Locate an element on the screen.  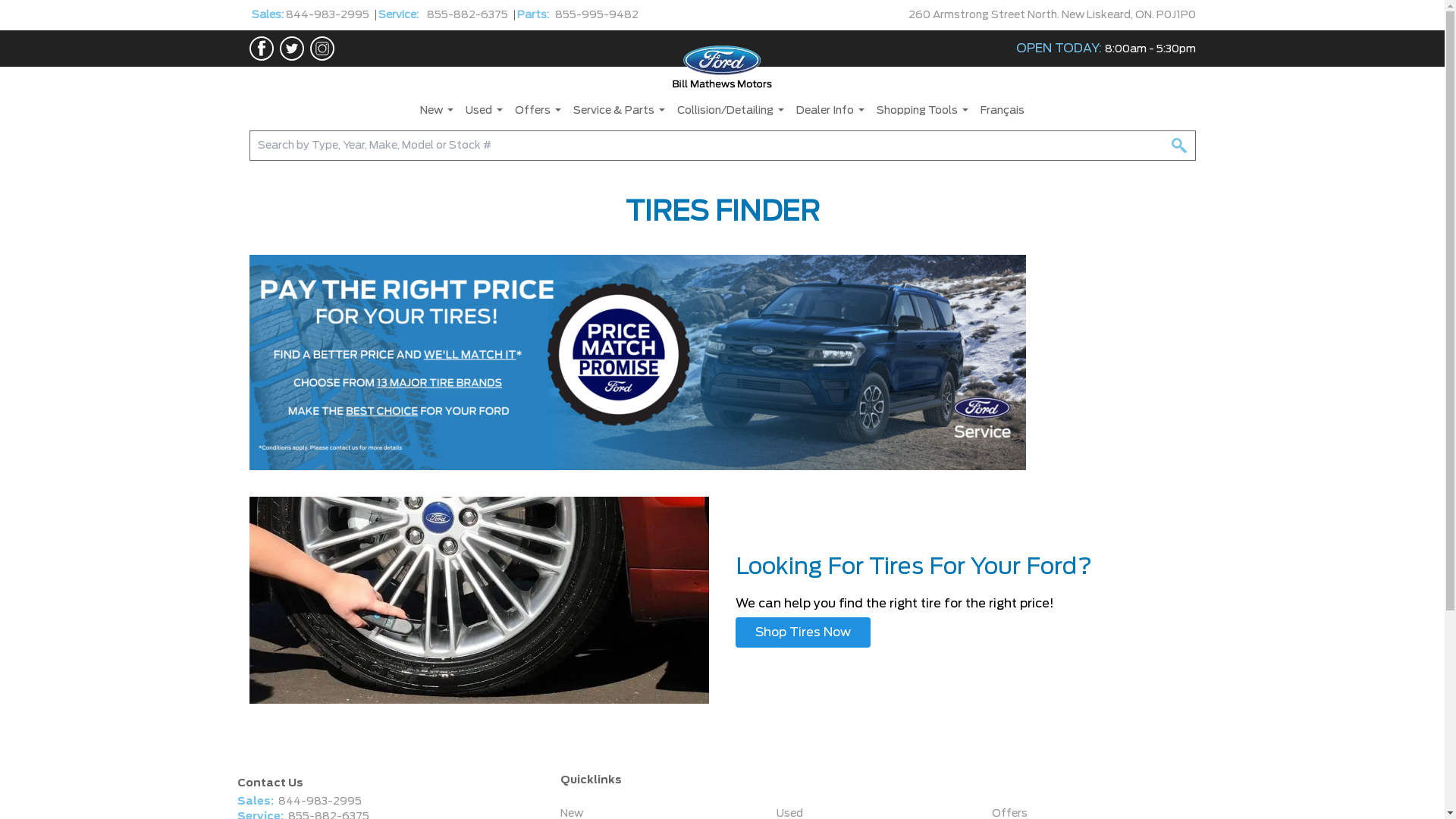
'855-995-9482' is located at coordinates (596, 14).